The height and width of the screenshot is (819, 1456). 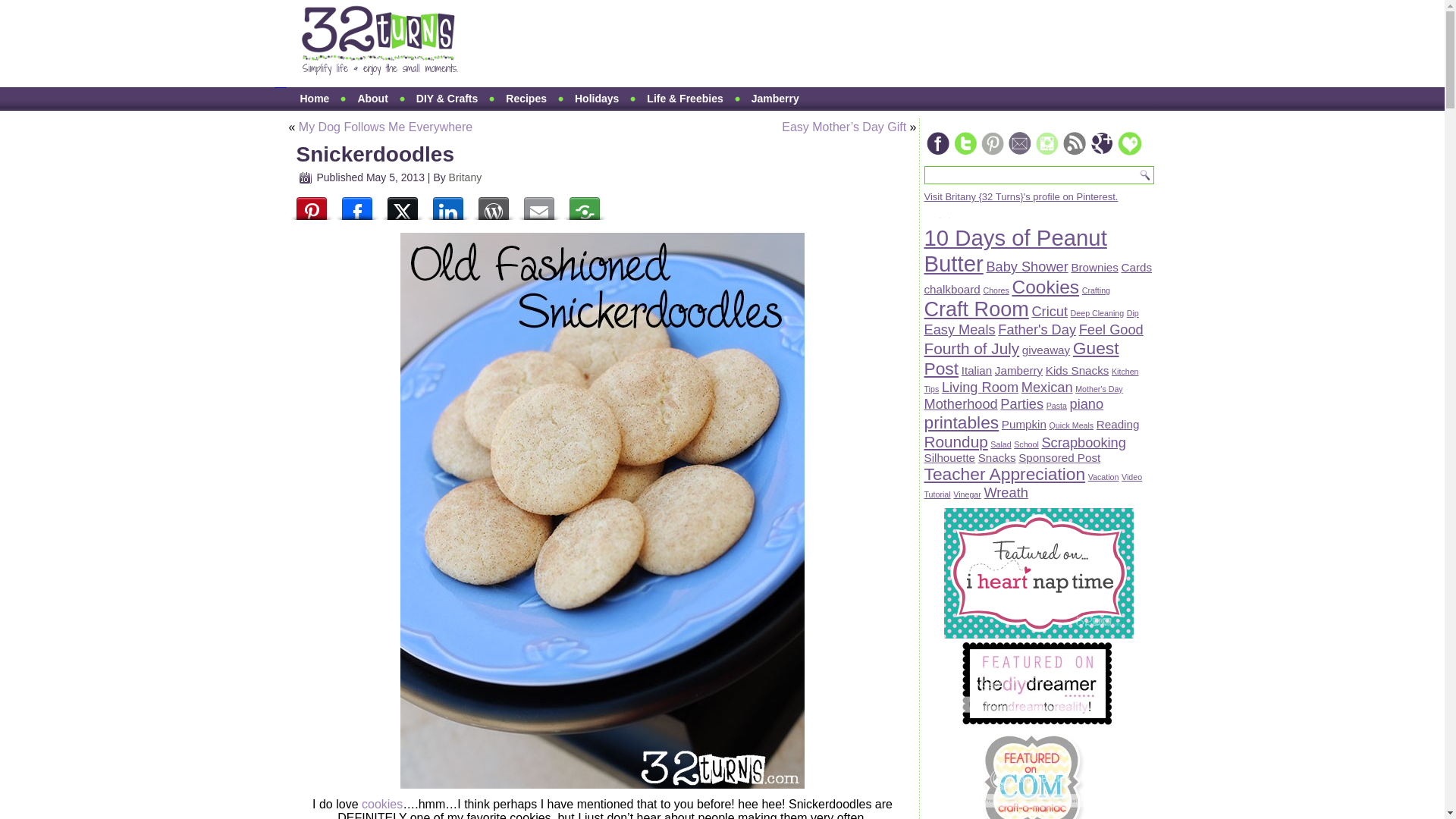 I want to click on 'Vacation', so click(x=1087, y=475).